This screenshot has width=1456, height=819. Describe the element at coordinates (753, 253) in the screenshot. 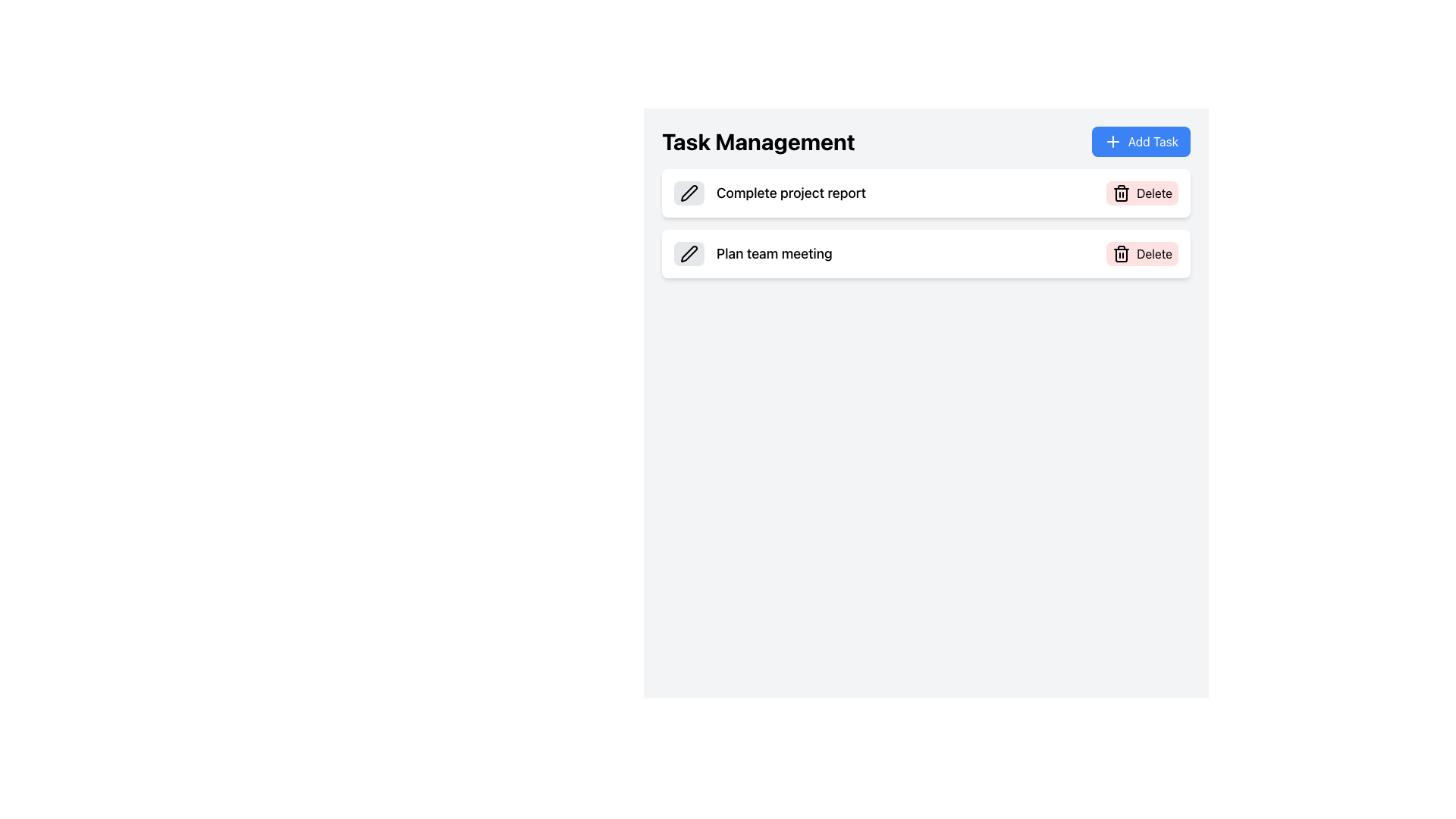

I see `the text label 'Plan team meeting', which is located within the second task card under the 'Task Management' header, aligned to the left and adjacent to a pen icon` at that location.